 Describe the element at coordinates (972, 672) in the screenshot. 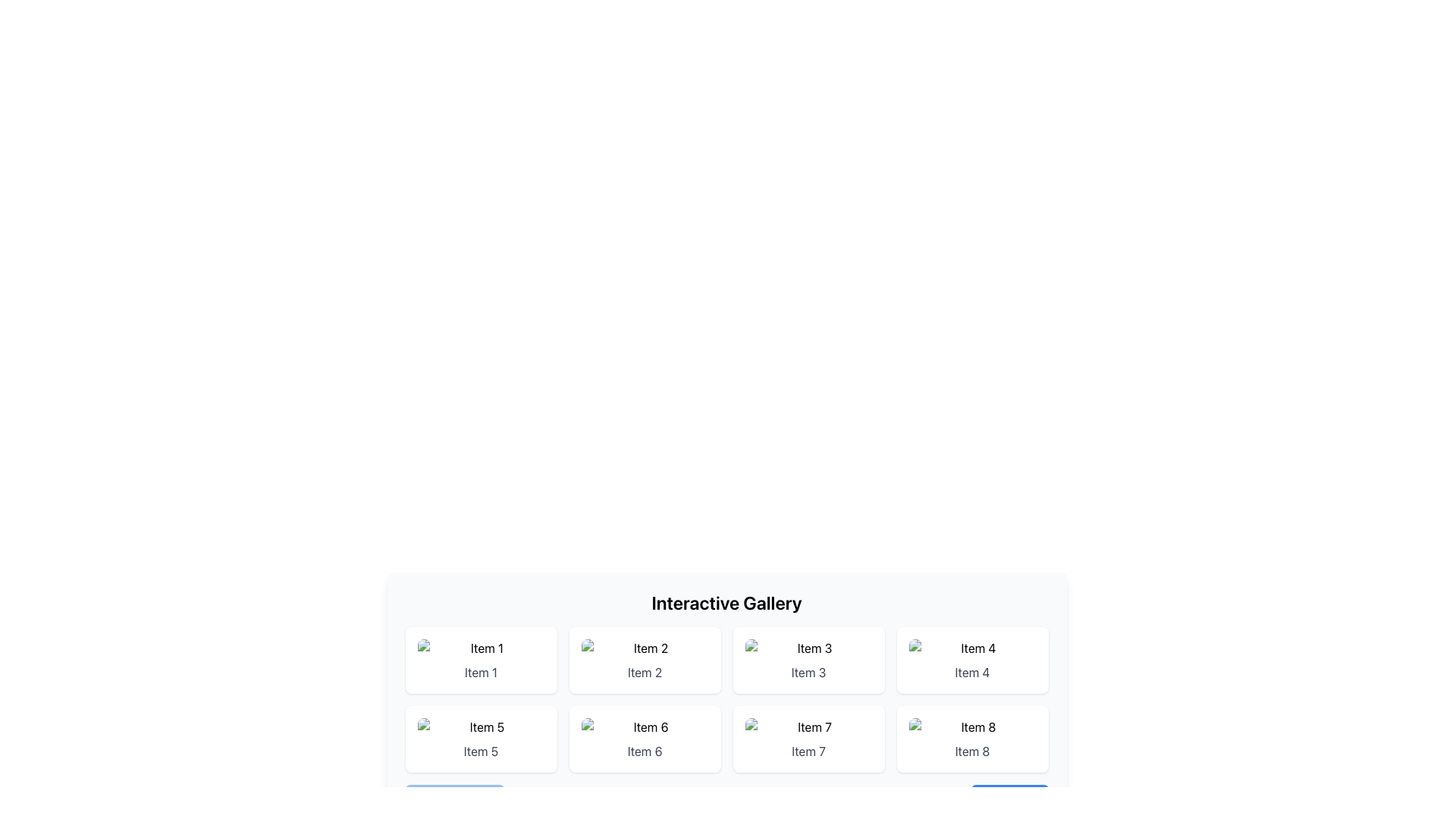

I see `text label displaying 'Item 4' located beneath the corresponding image in the fourth card of a 4x2 grid layout` at that location.